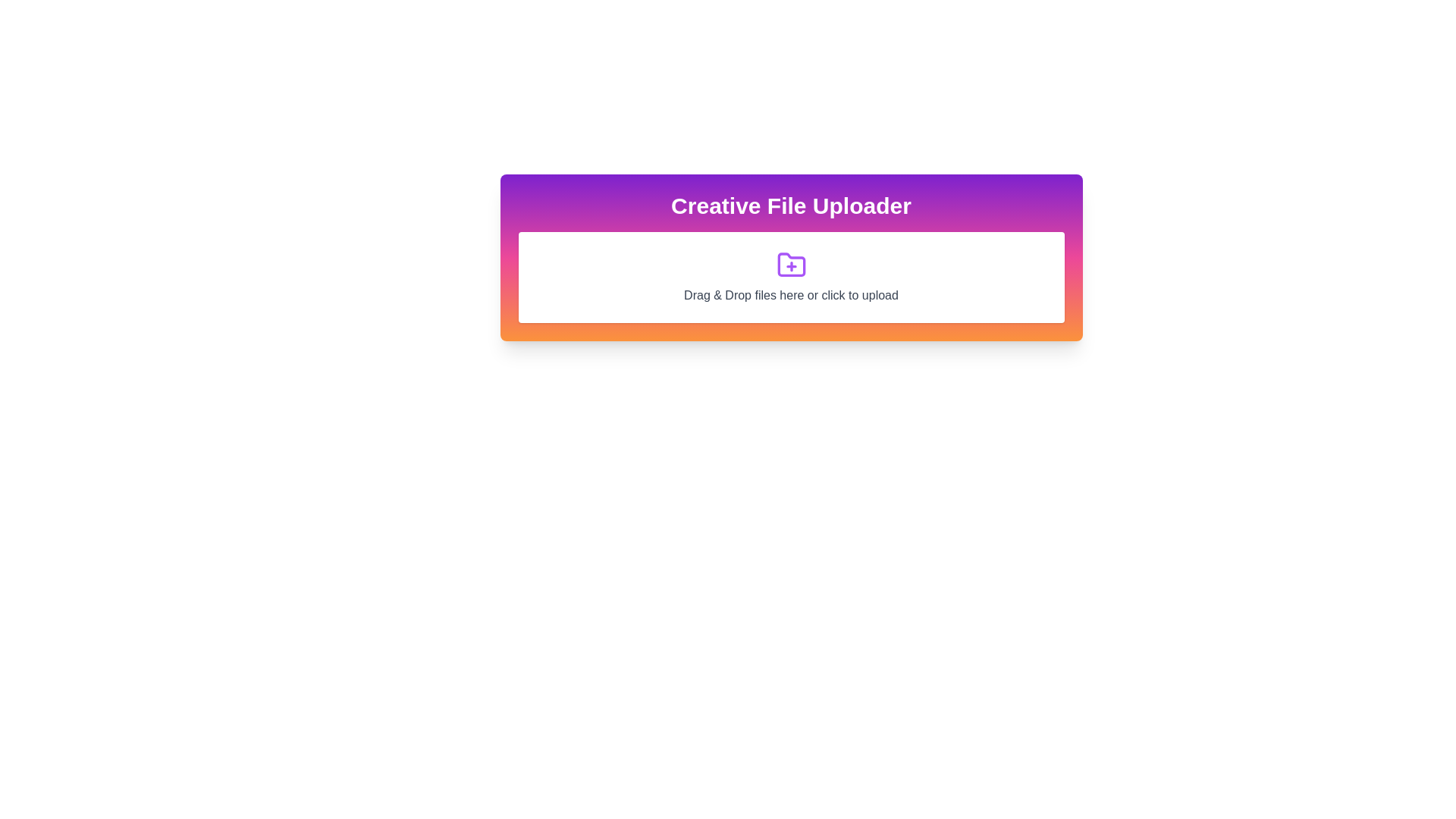  I want to click on the 'Creative File Uploader' interactive widget, which features a gradient background and prompts users to upload files, so click(790, 256).